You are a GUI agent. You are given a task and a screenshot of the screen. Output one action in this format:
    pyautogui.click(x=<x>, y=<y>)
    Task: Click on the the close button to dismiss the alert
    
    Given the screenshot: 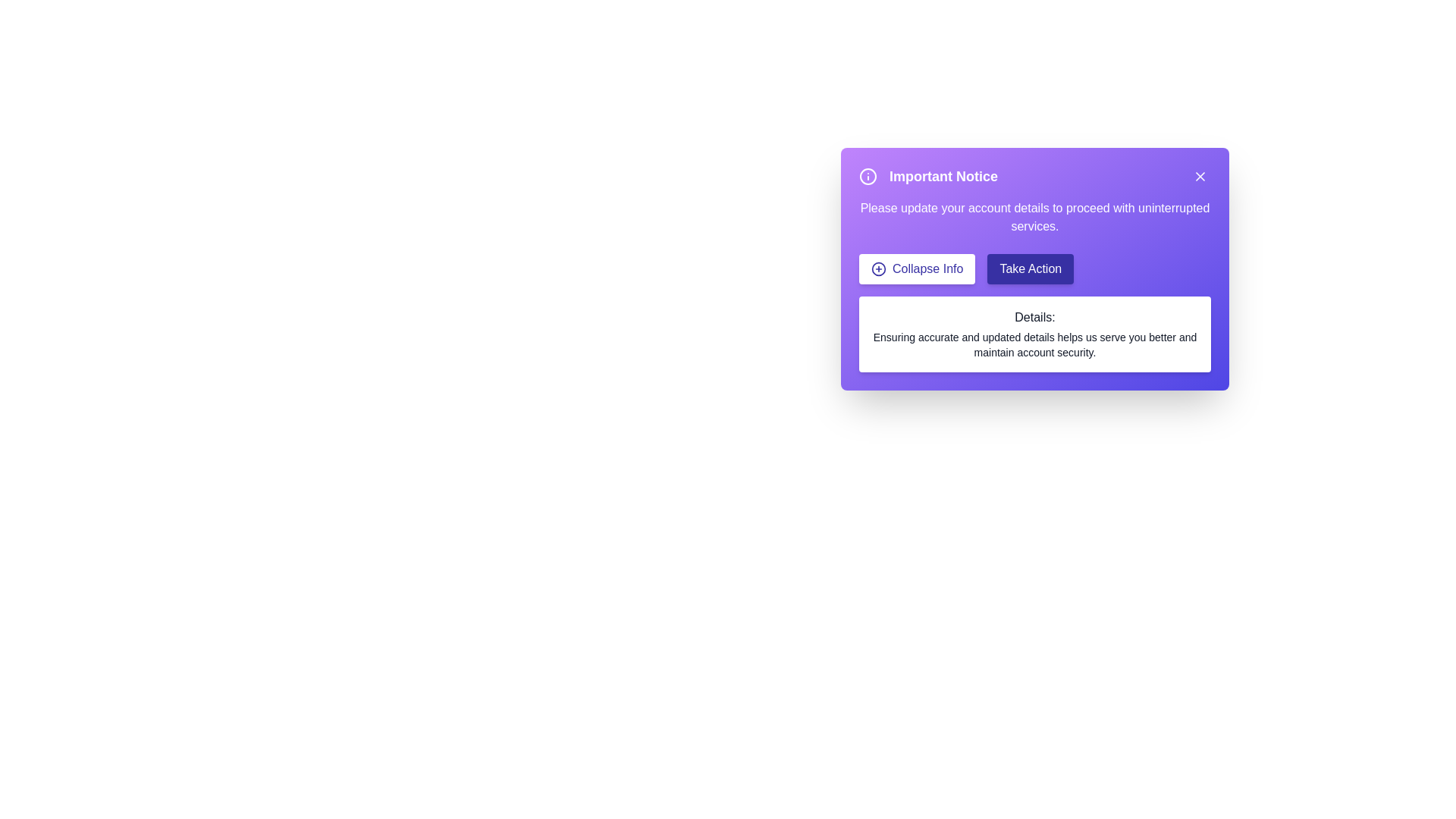 What is the action you would take?
    pyautogui.click(x=1200, y=175)
    